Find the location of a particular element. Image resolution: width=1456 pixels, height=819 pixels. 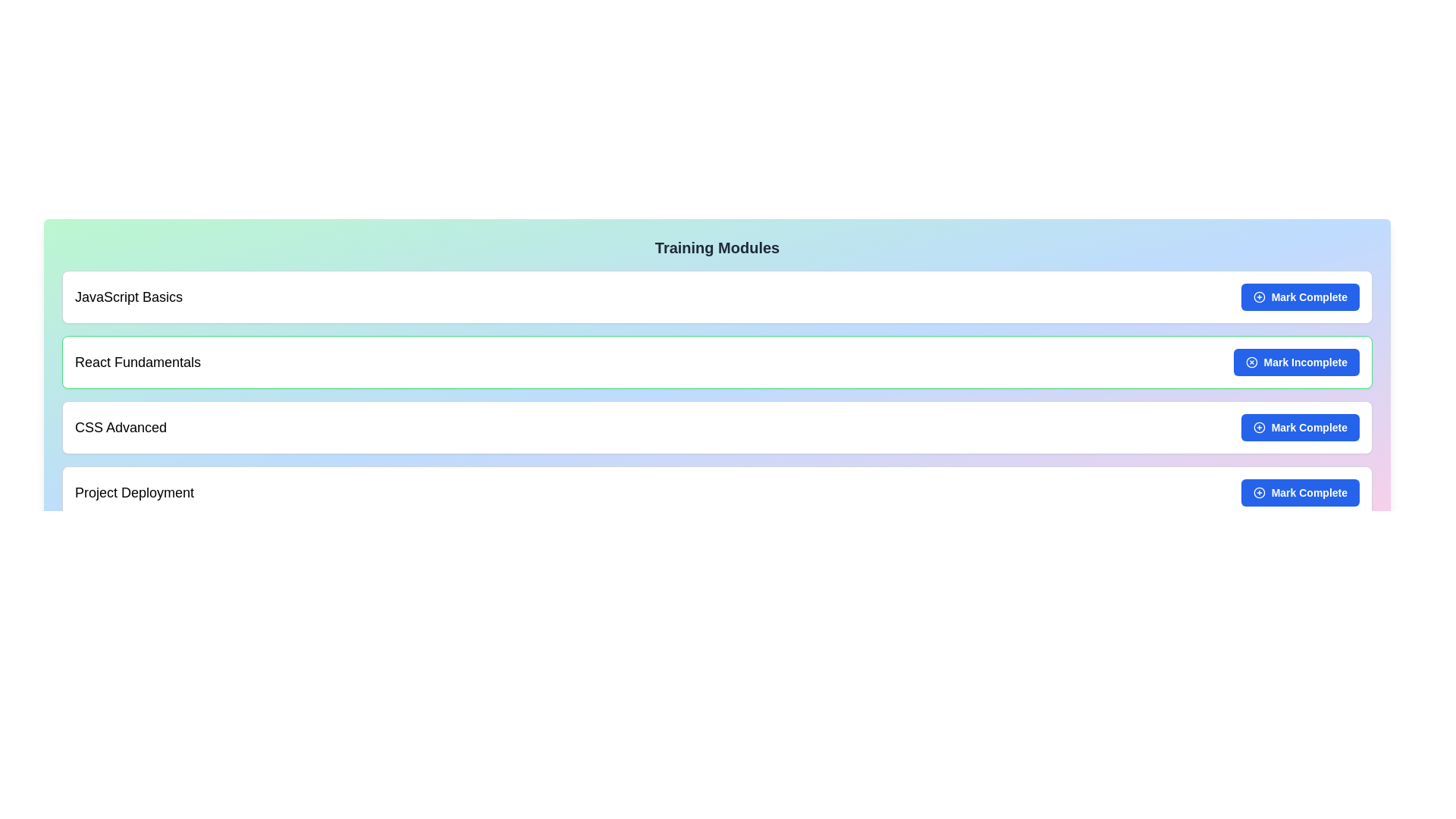

the circular shape of the 'Mark Complete' button in the 'CSS Advanced' module, located in the third row of the training modules list is located at coordinates (1259, 427).